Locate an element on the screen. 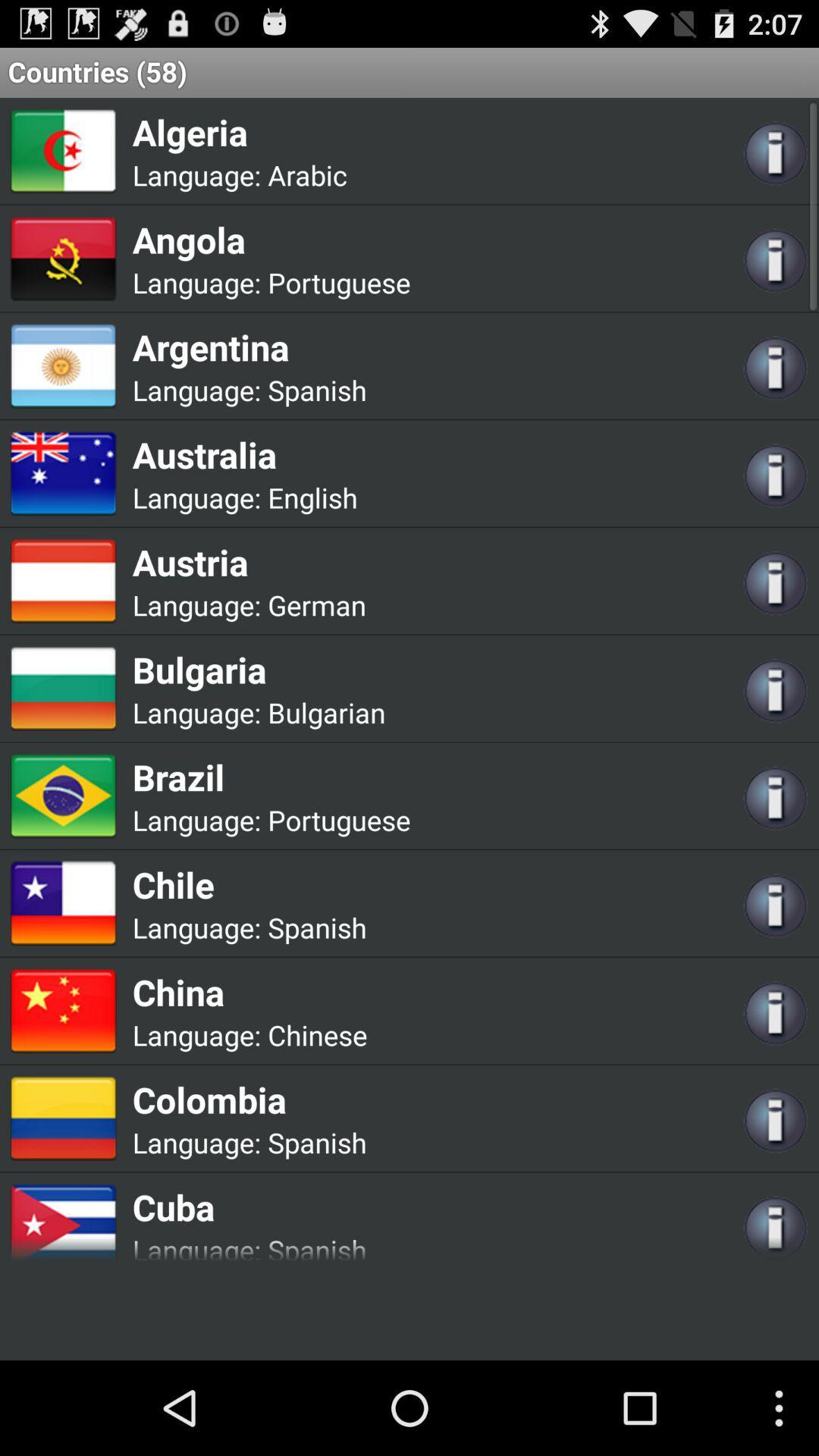 This screenshot has height=1456, width=819. chinese is located at coordinates (316, 1034).